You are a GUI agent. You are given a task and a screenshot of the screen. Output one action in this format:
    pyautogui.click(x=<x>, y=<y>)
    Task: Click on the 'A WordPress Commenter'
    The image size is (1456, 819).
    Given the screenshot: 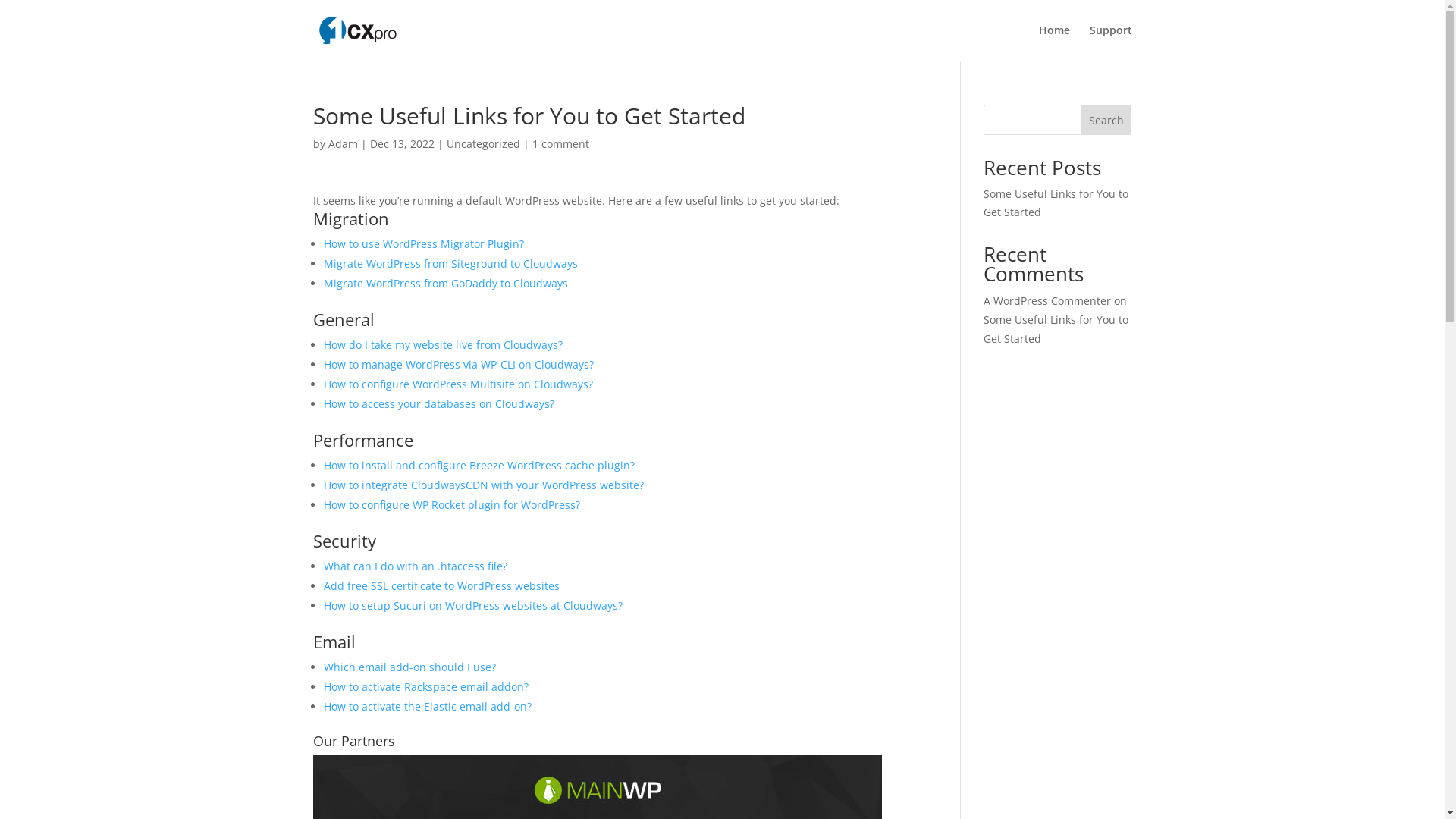 What is the action you would take?
    pyautogui.click(x=1046, y=300)
    